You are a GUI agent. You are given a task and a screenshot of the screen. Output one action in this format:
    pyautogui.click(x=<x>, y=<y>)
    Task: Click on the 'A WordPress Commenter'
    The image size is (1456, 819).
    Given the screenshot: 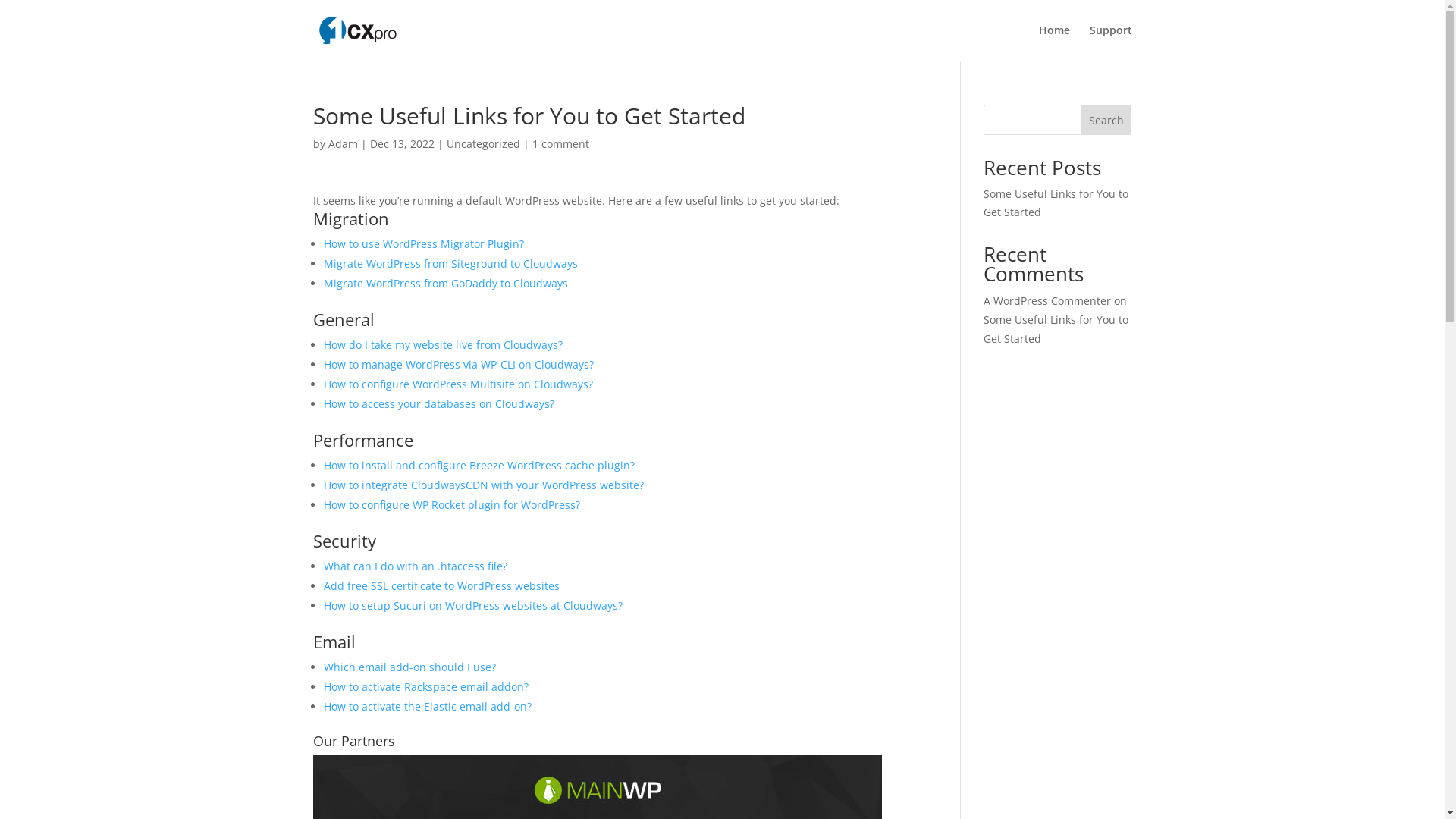 What is the action you would take?
    pyautogui.click(x=1046, y=300)
    